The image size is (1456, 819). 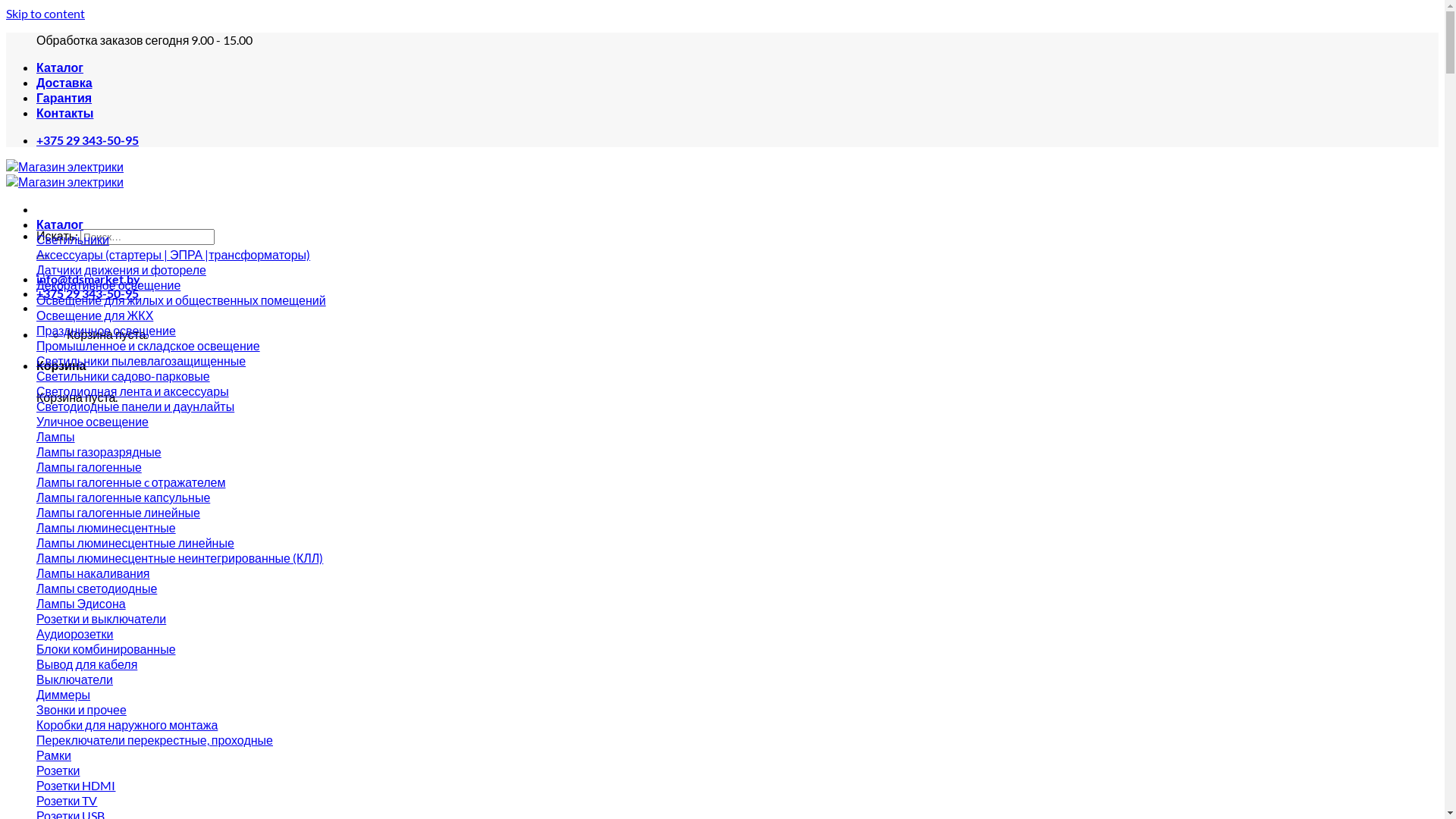 What do you see at coordinates (87, 278) in the screenshot?
I see `'info@tdsmarket.by'` at bounding box center [87, 278].